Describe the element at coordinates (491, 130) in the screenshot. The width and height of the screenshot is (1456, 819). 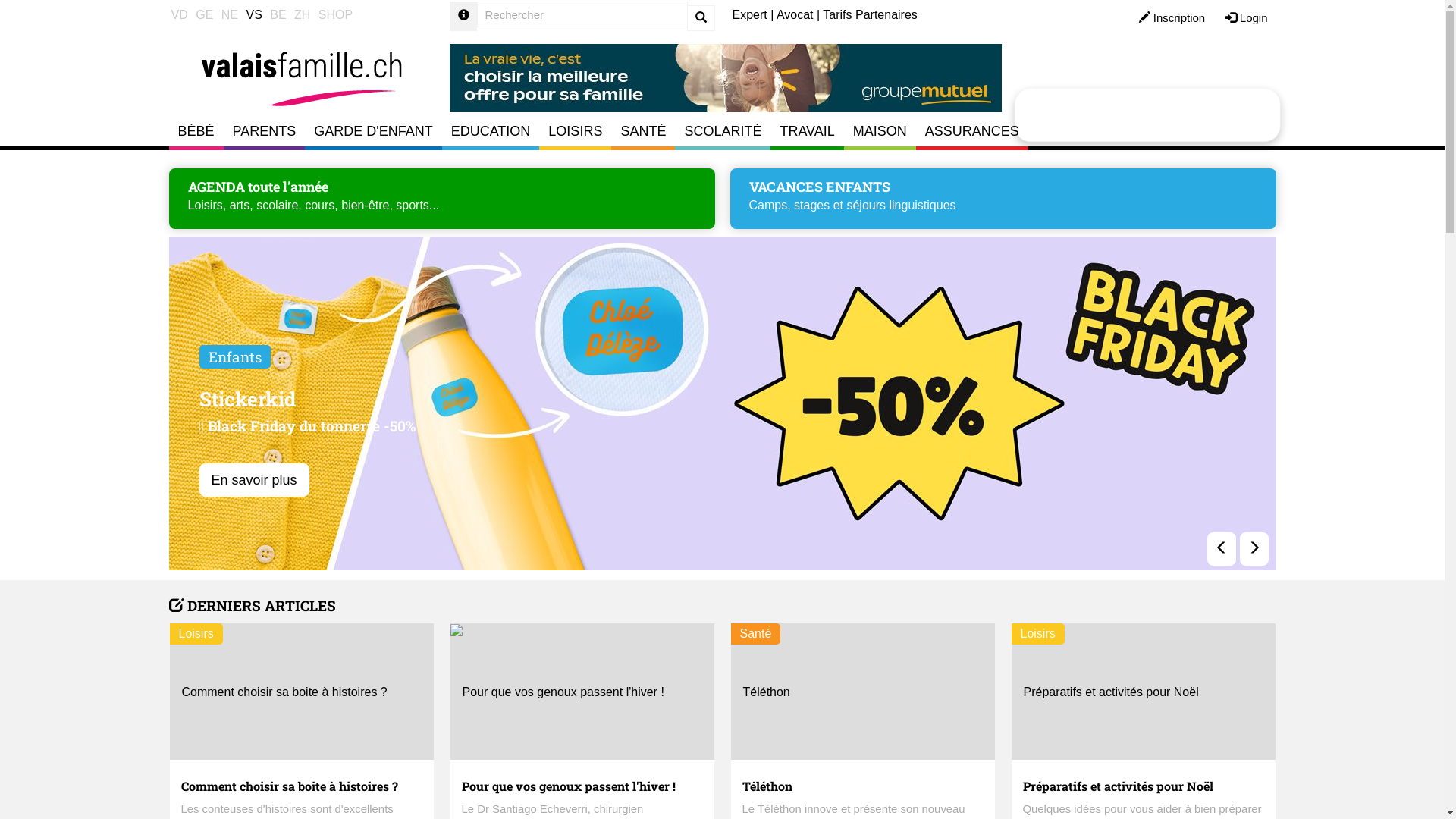
I see `'EDUCATION'` at that location.